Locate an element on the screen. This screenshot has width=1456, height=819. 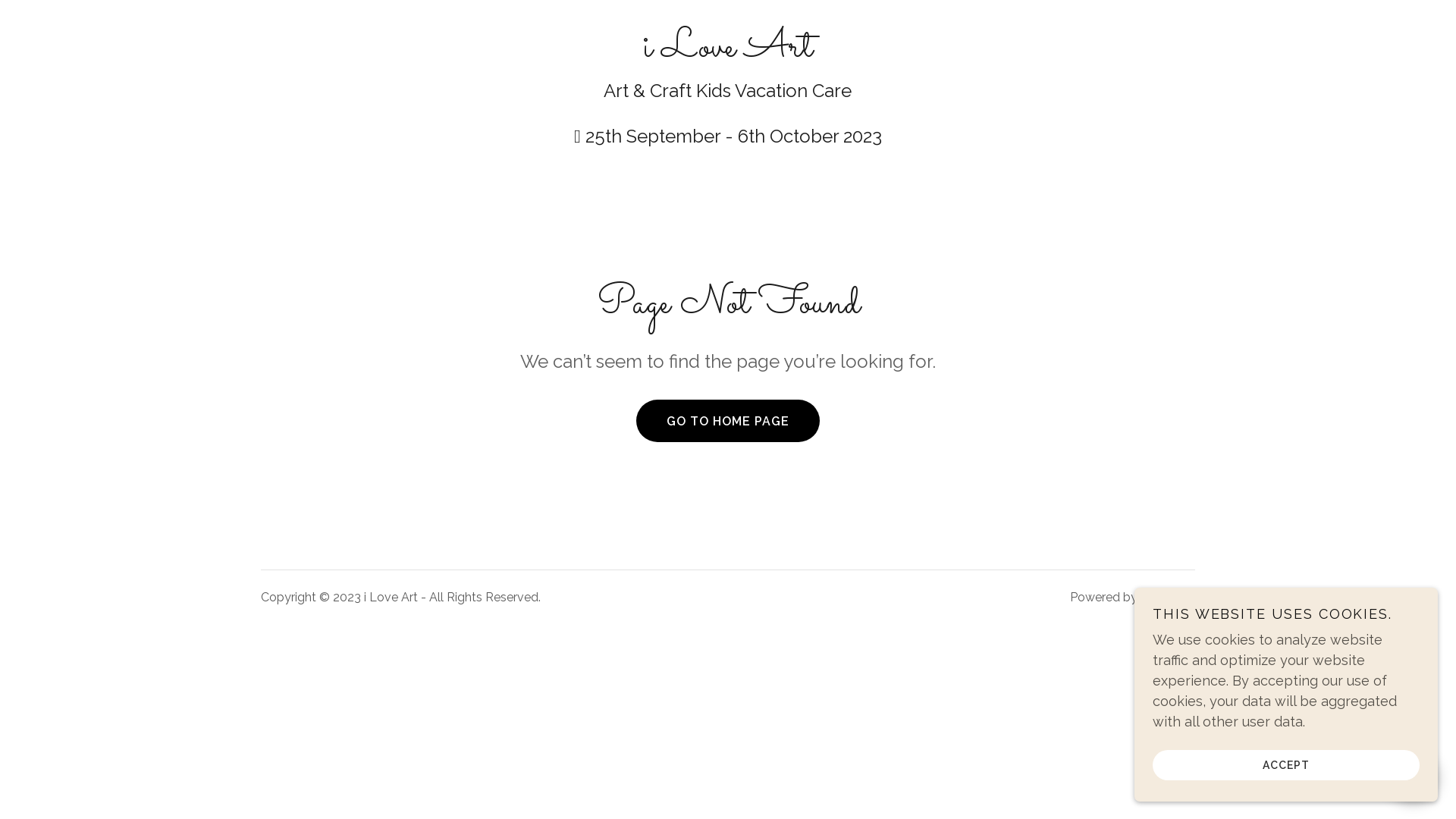
'GO TO HOME PAGE' is located at coordinates (636, 421).